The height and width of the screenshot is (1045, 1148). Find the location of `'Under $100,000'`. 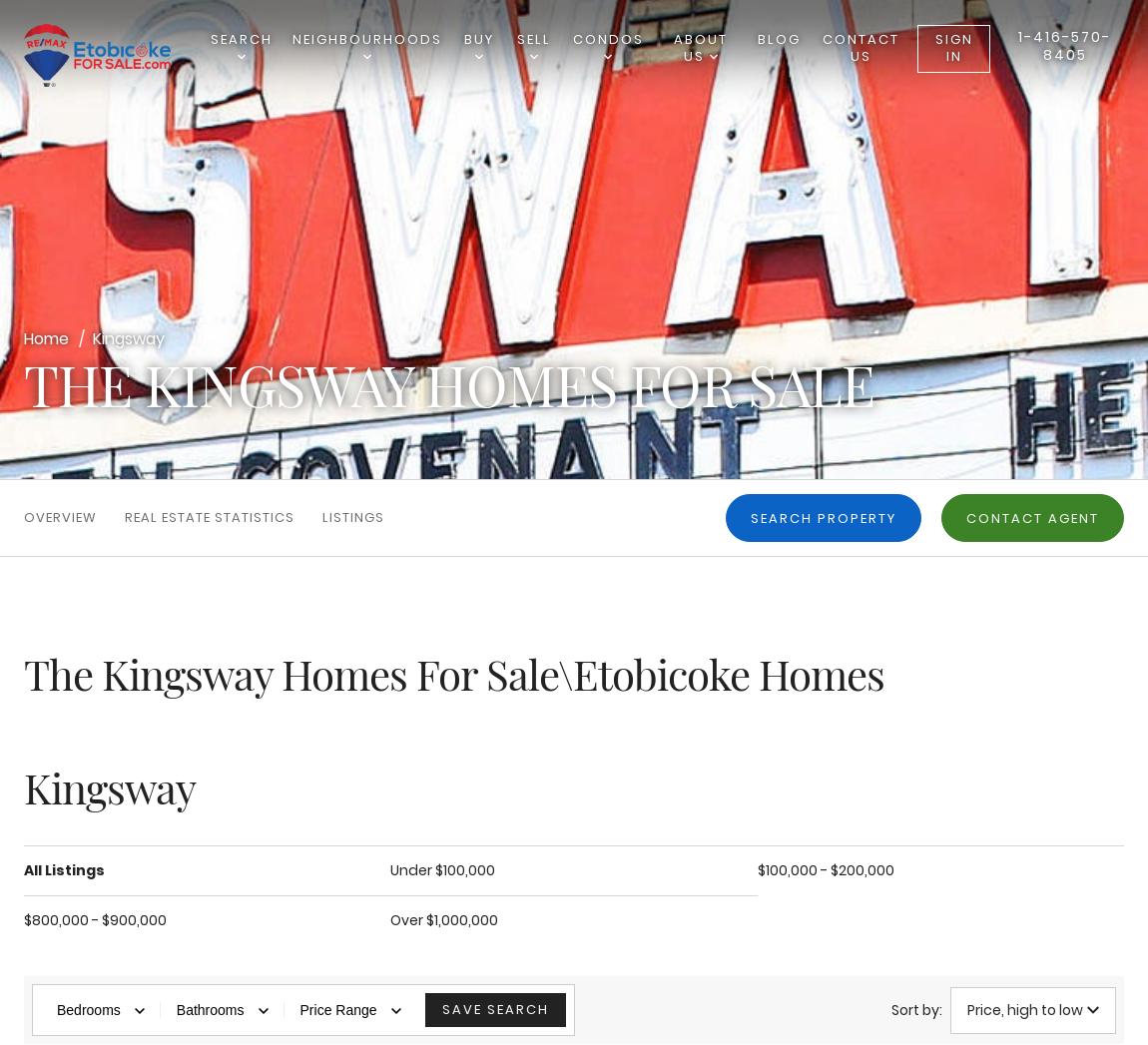

'Under $100,000' is located at coordinates (442, 867).